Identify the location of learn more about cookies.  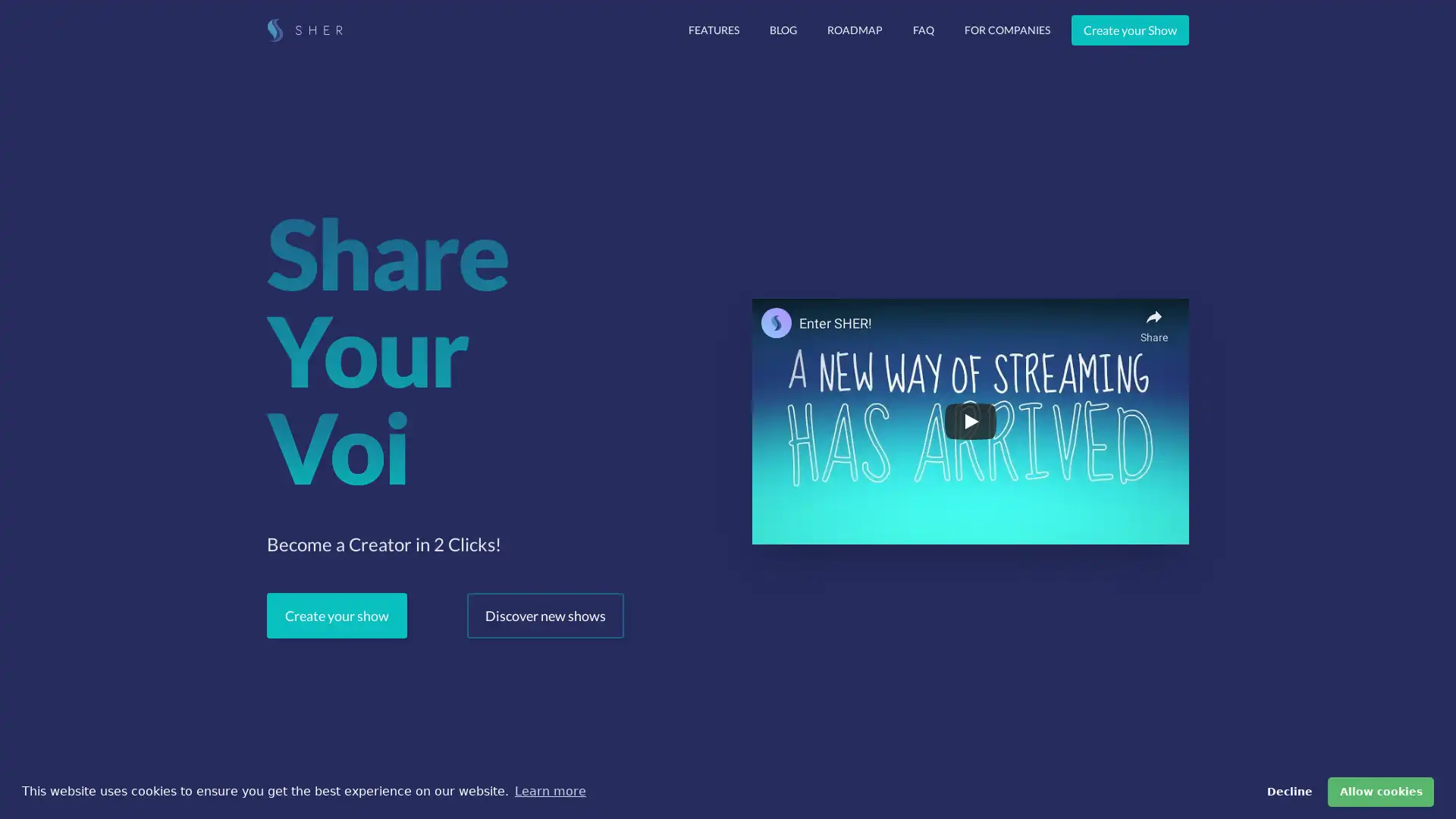
(549, 791).